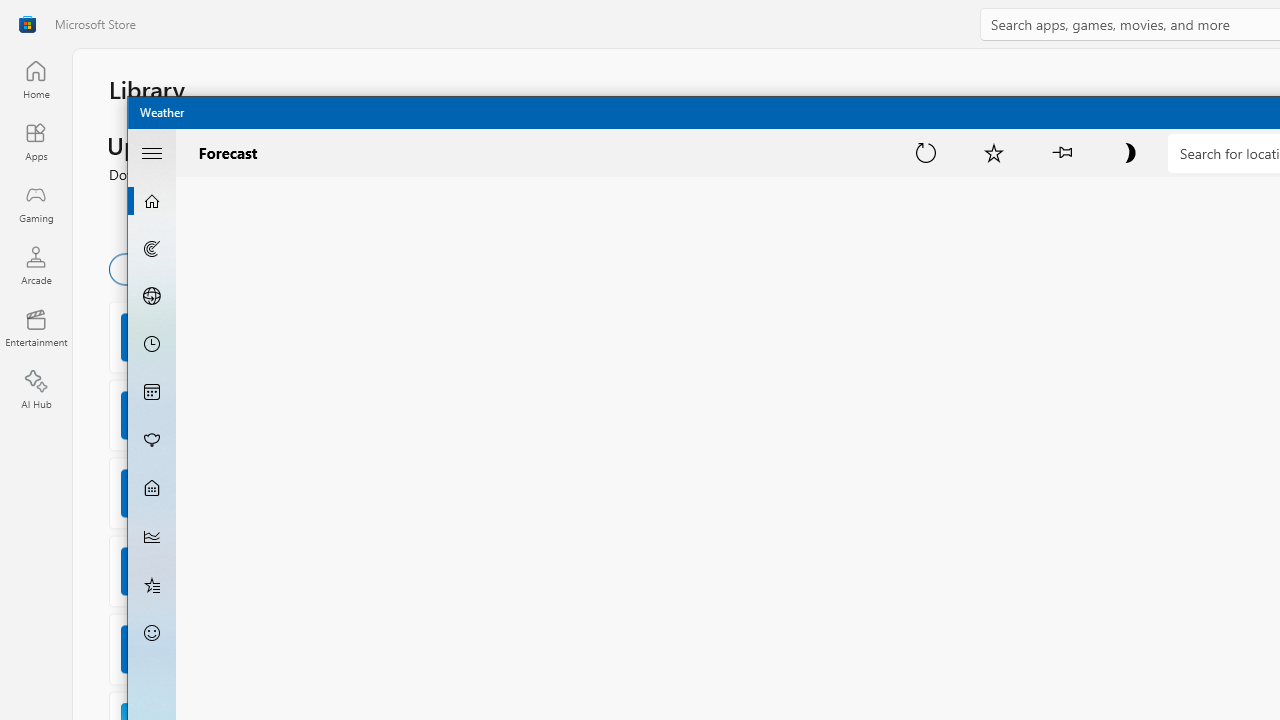  What do you see at coordinates (35, 78) in the screenshot?
I see `'Home'` at bounding box center [35, 78].